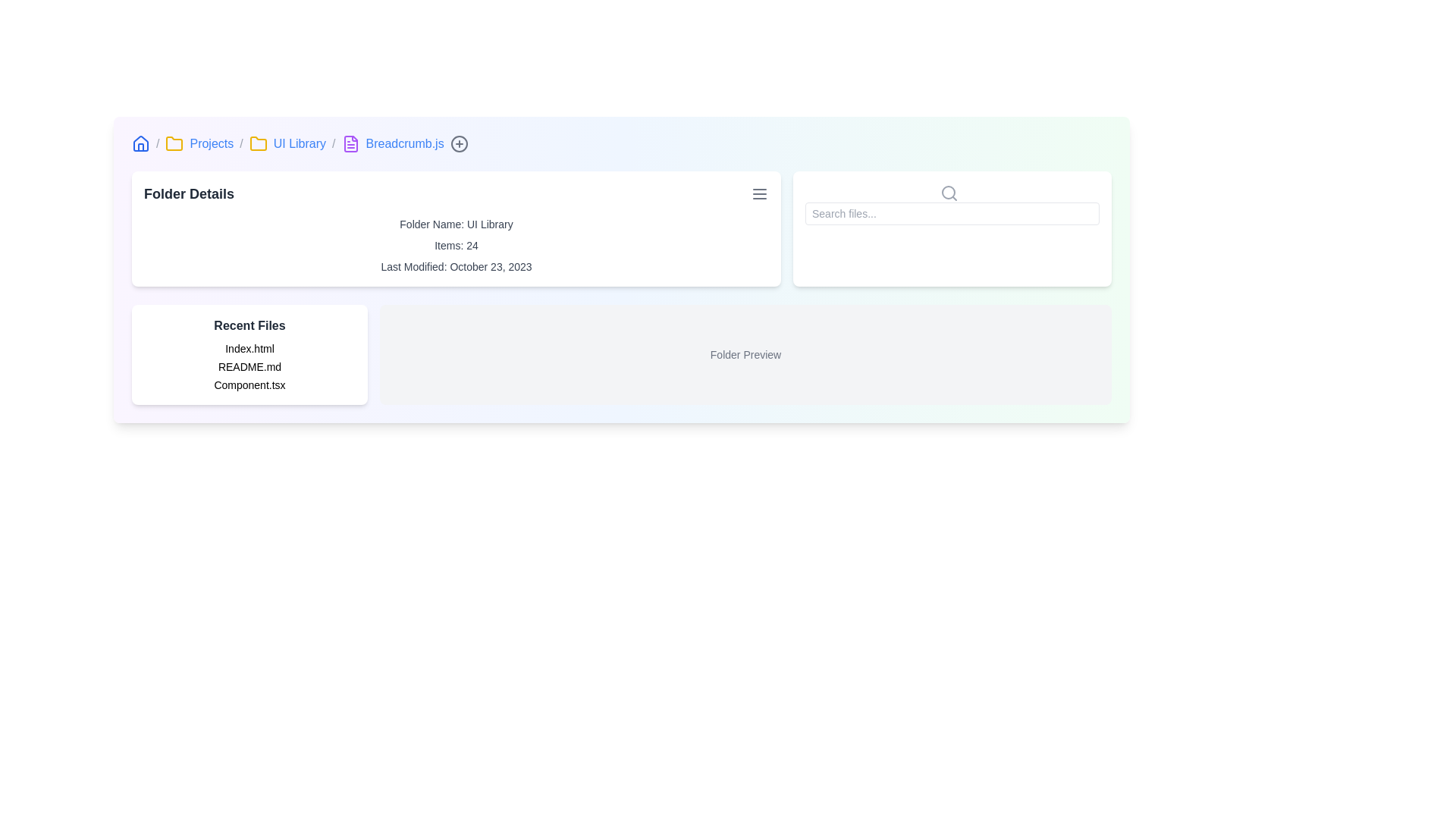 The height and width of the screenshot is (819, 1456). I want to click on the text label displaying 'Component.tsx' located at the bottom of the 'Recent Files' list, so click(249, 384).